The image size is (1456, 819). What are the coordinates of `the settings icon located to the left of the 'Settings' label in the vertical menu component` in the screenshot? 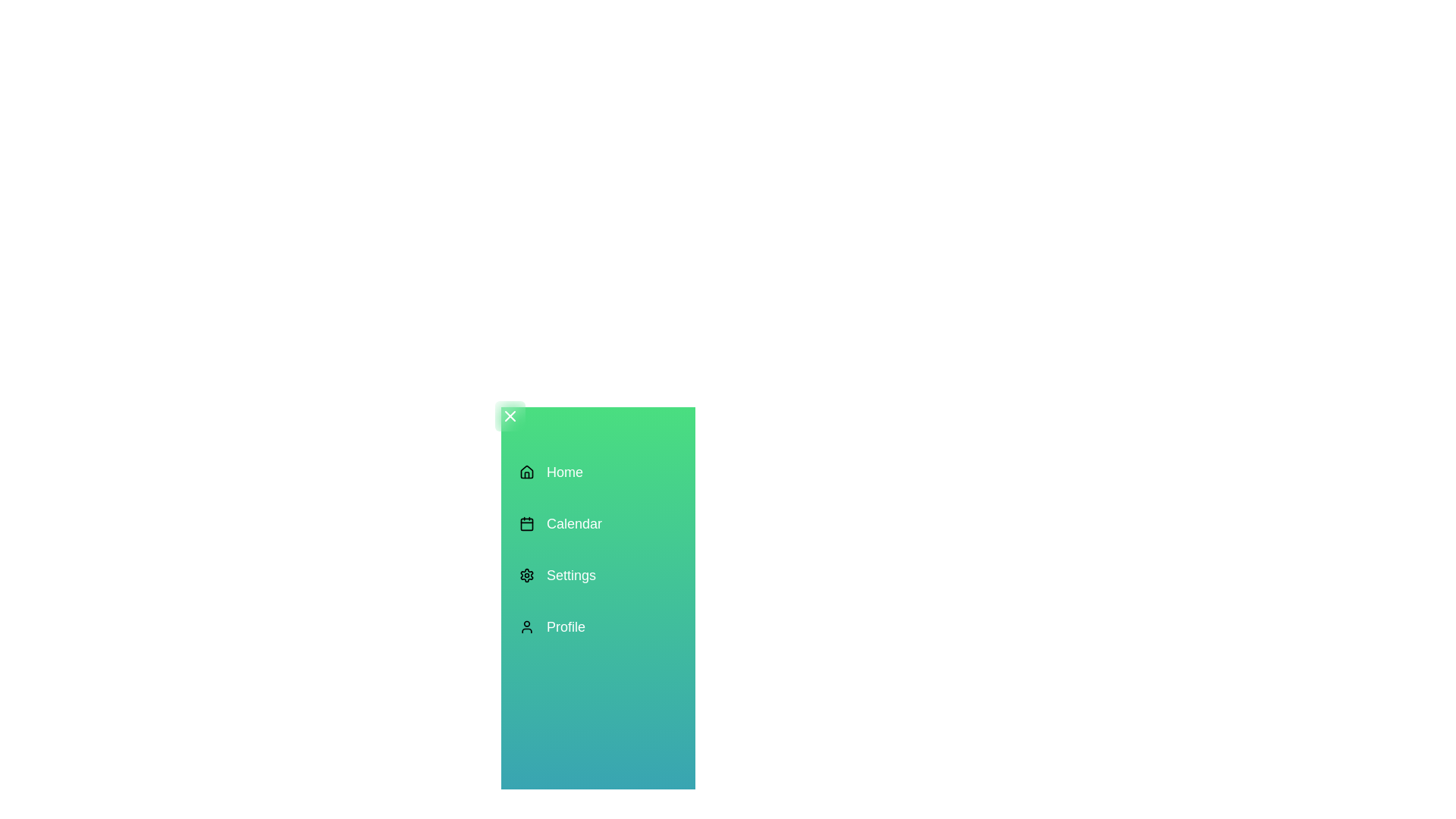 It's located at (527, 576).